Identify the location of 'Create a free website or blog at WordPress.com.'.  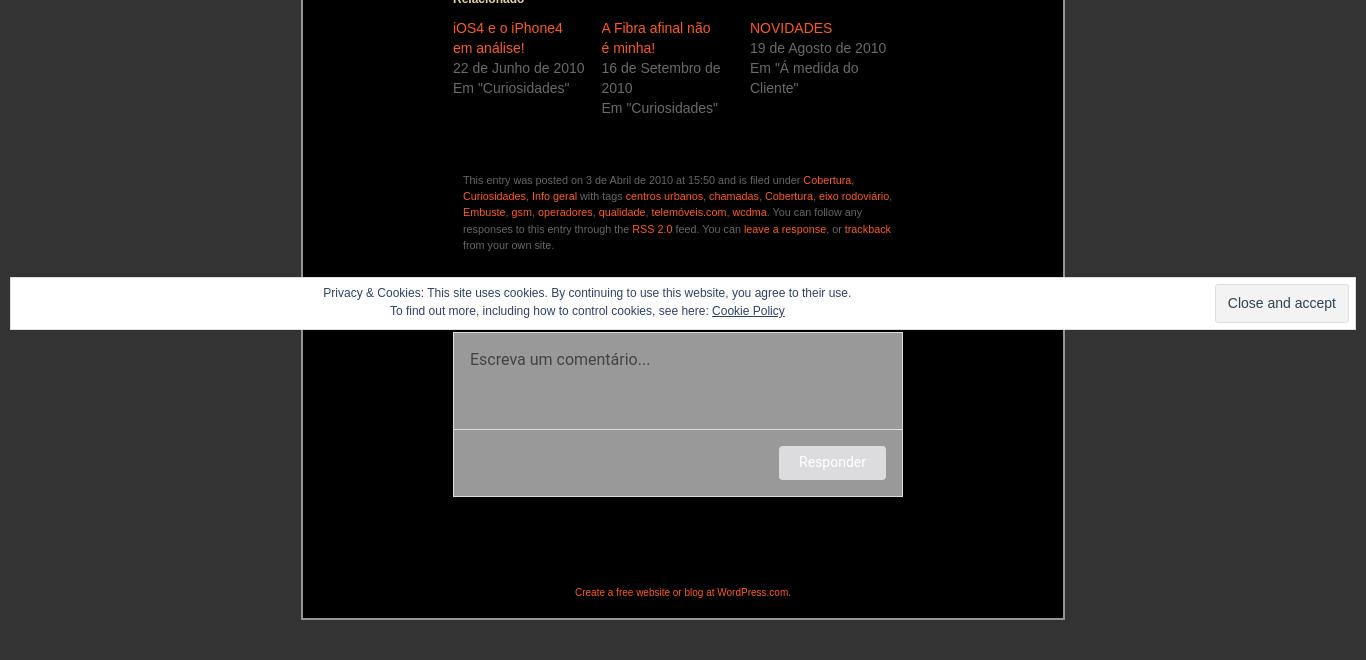
(572, 590).